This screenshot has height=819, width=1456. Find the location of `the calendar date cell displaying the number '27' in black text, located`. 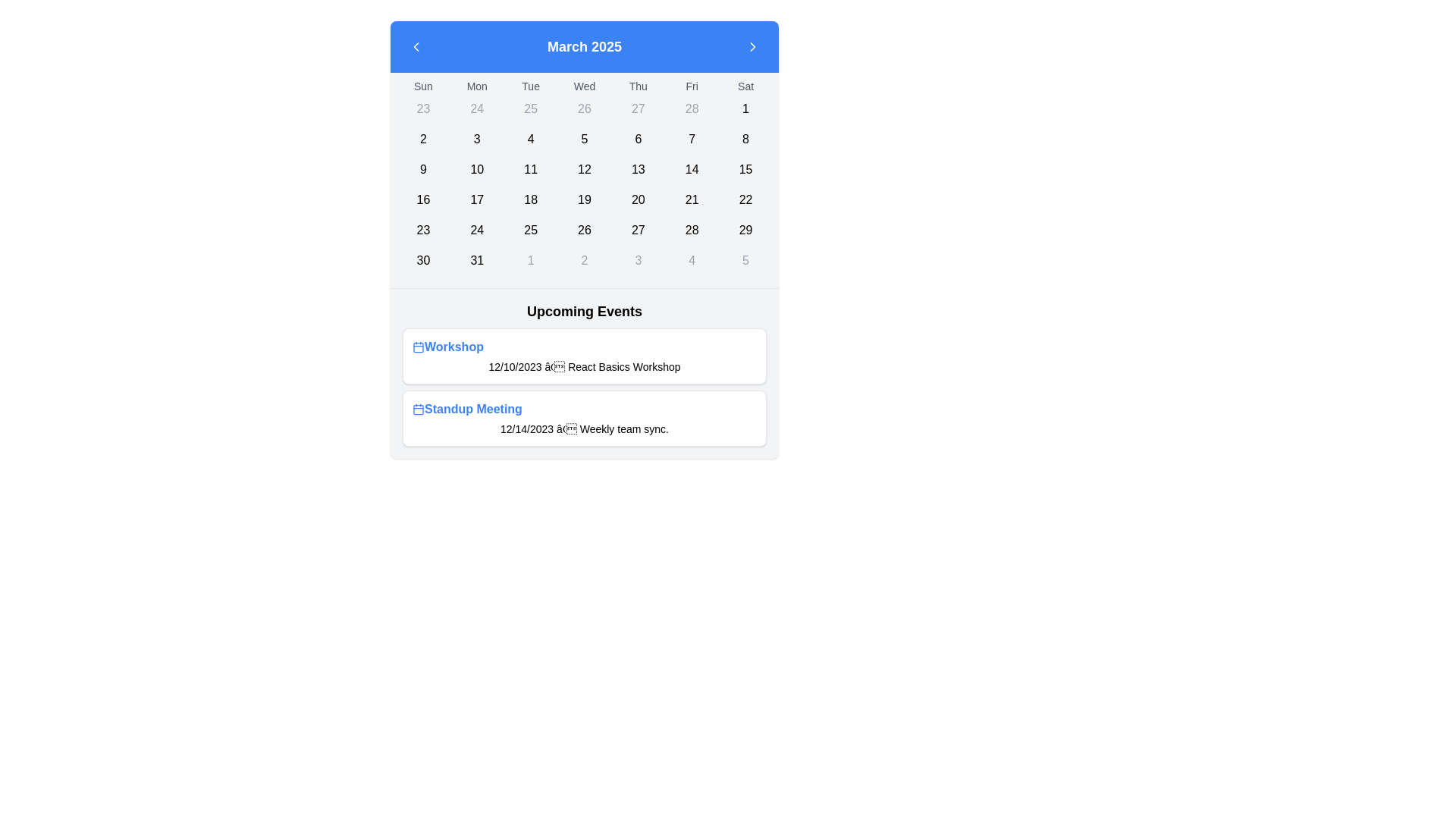

the calendar date cell displaying the number '27' in black text, located is located at coordinates (638, 231).